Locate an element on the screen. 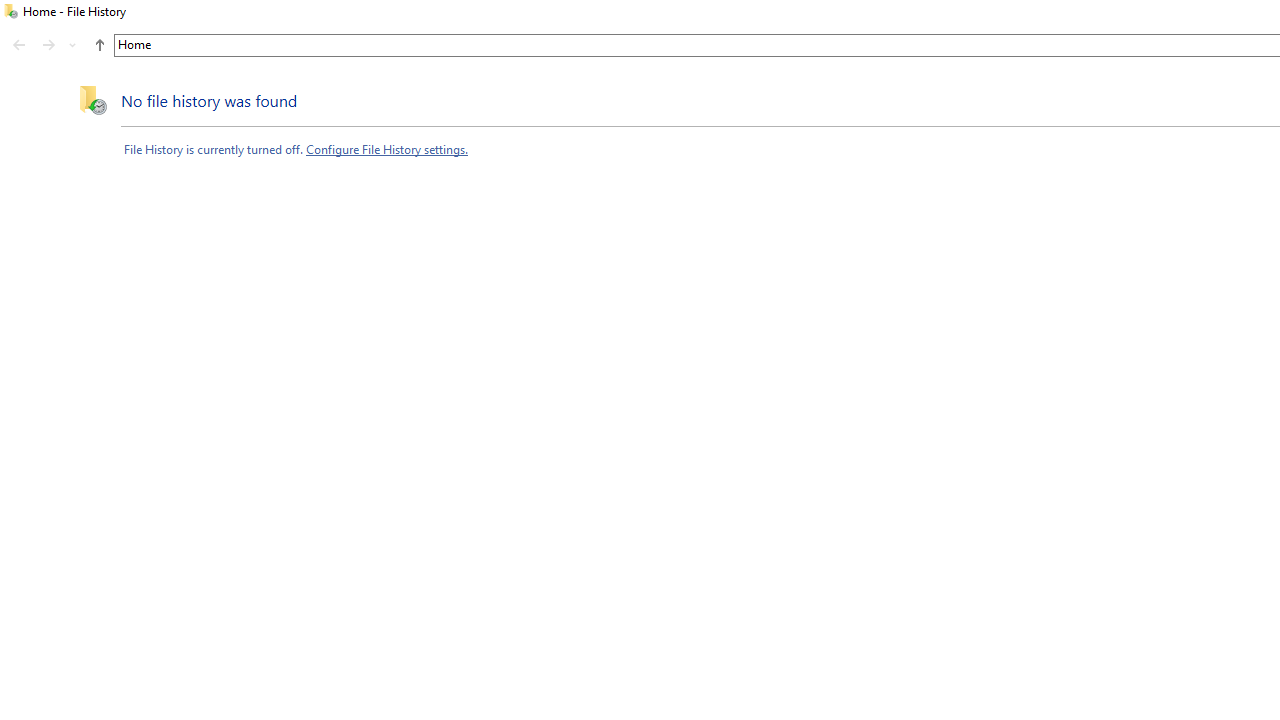  'UpButtonToolbar' is located at coordinates (98, 45).